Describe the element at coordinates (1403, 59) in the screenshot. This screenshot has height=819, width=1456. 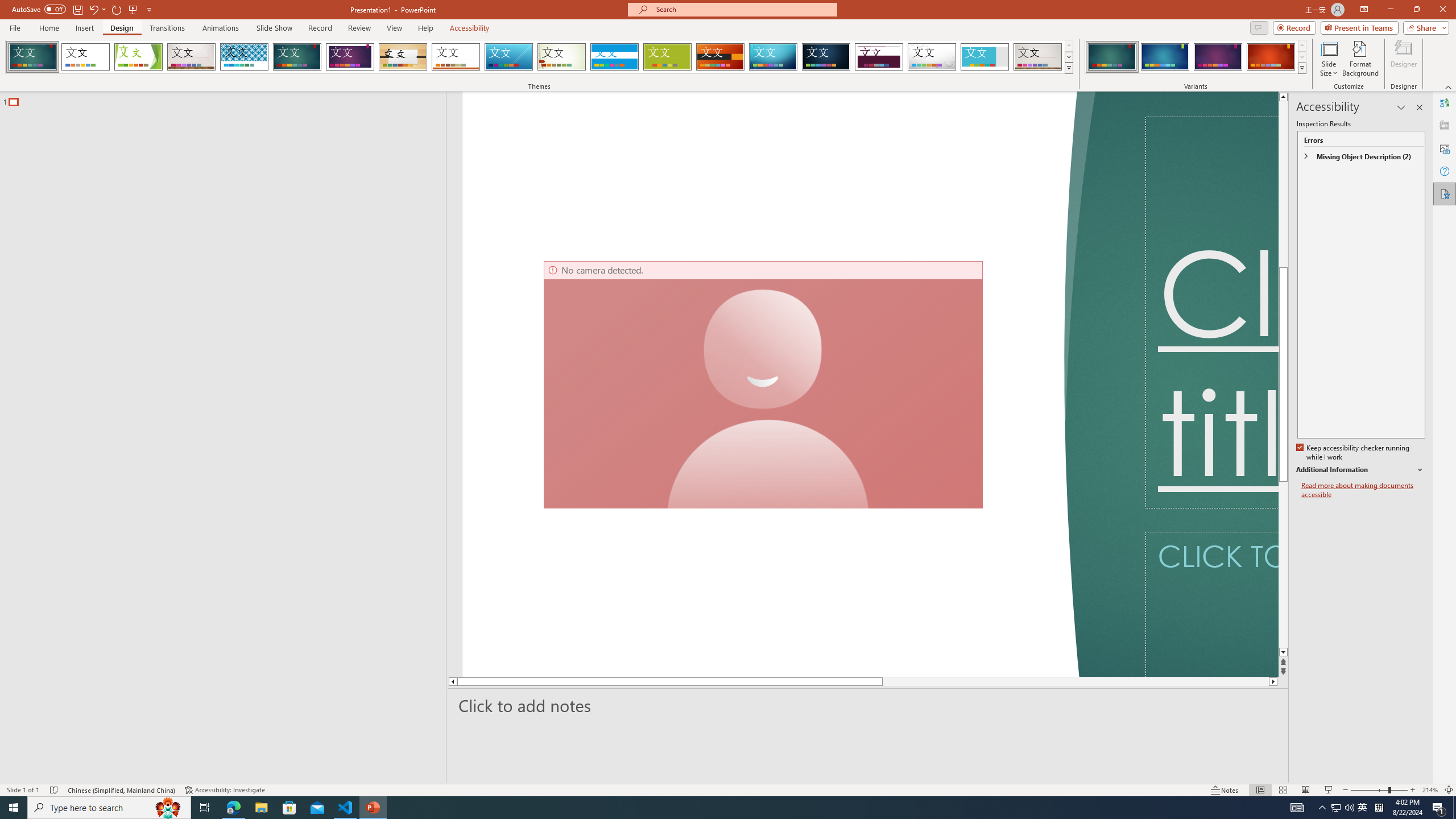
I see `'Designer'` at that location.